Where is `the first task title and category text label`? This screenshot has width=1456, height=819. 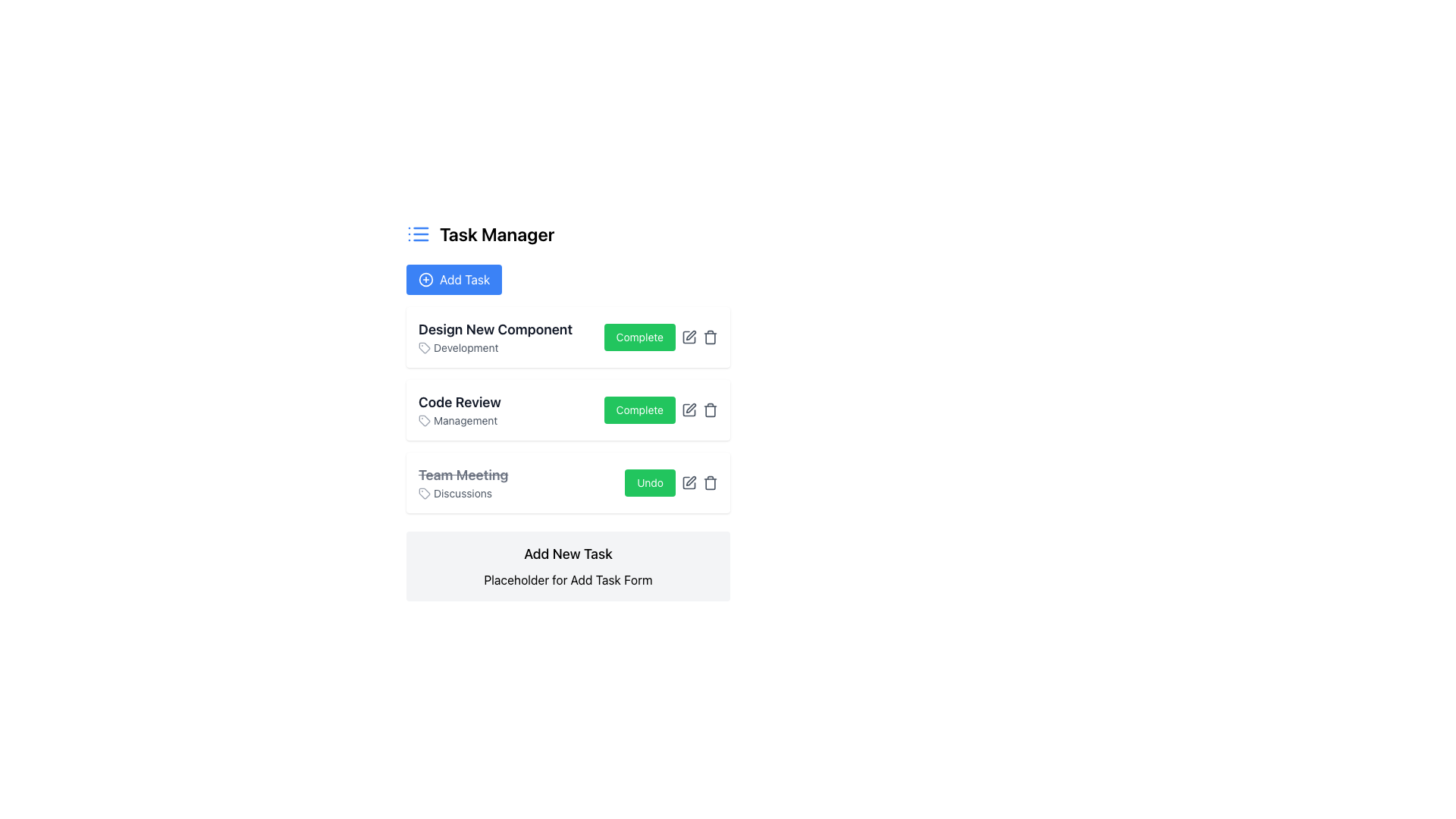
the first task title and category text label is located at coordinates (495, 336).